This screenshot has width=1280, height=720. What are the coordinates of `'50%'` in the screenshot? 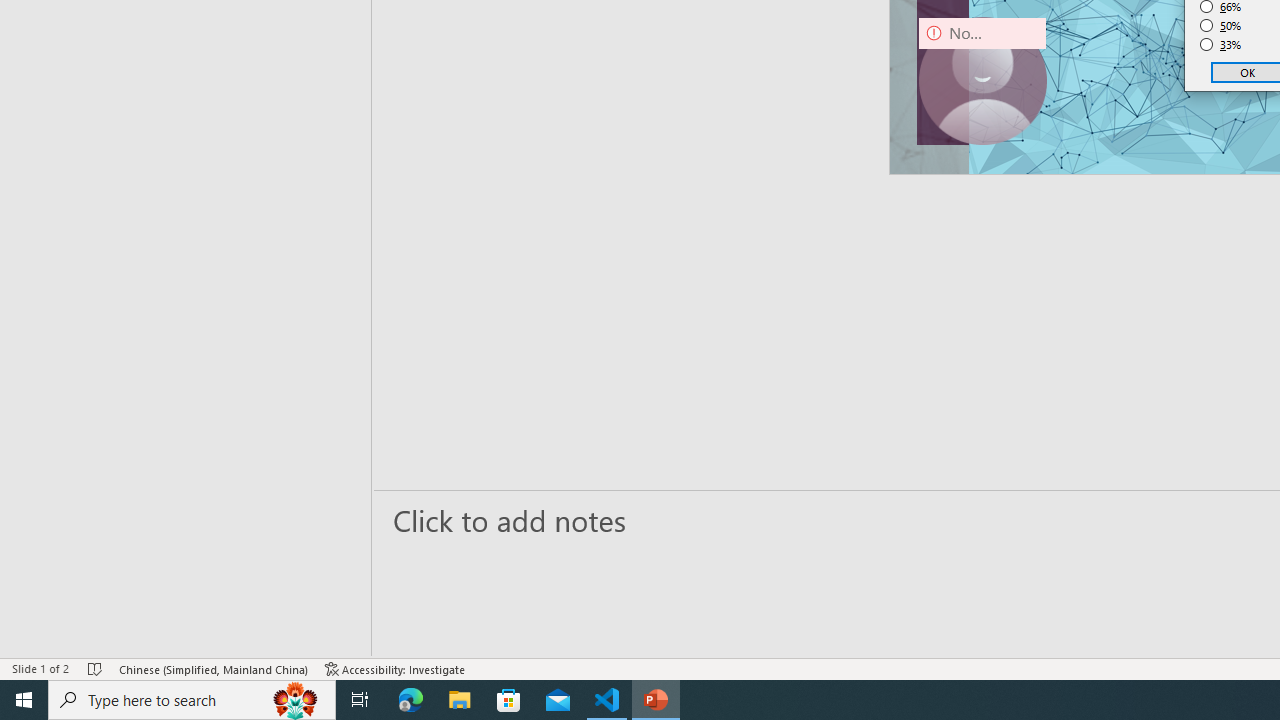 It's located at (1220, 25).